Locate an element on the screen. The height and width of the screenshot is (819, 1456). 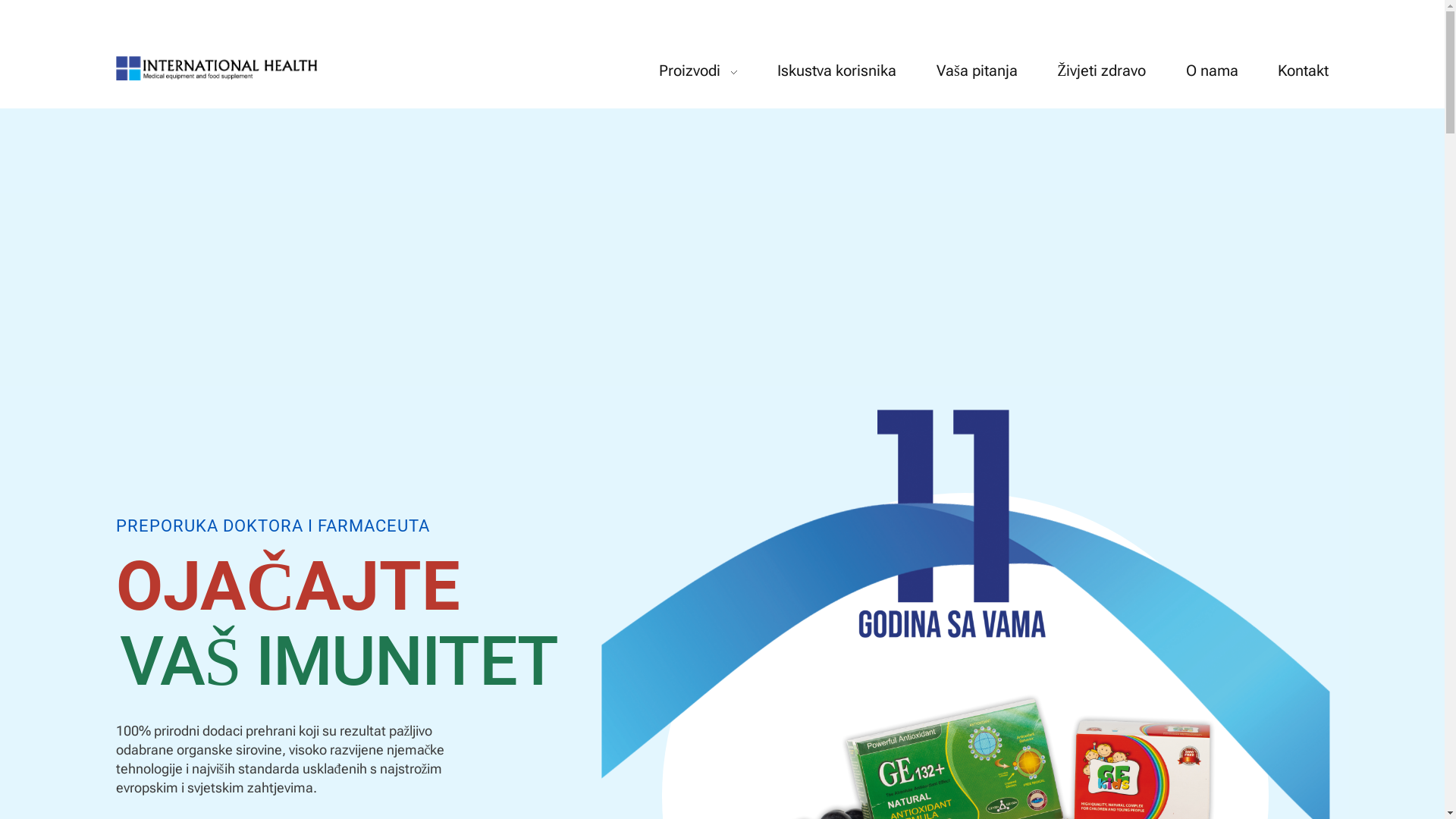
'GE132 | International Health BiH' is located at coordinates (215, 67).